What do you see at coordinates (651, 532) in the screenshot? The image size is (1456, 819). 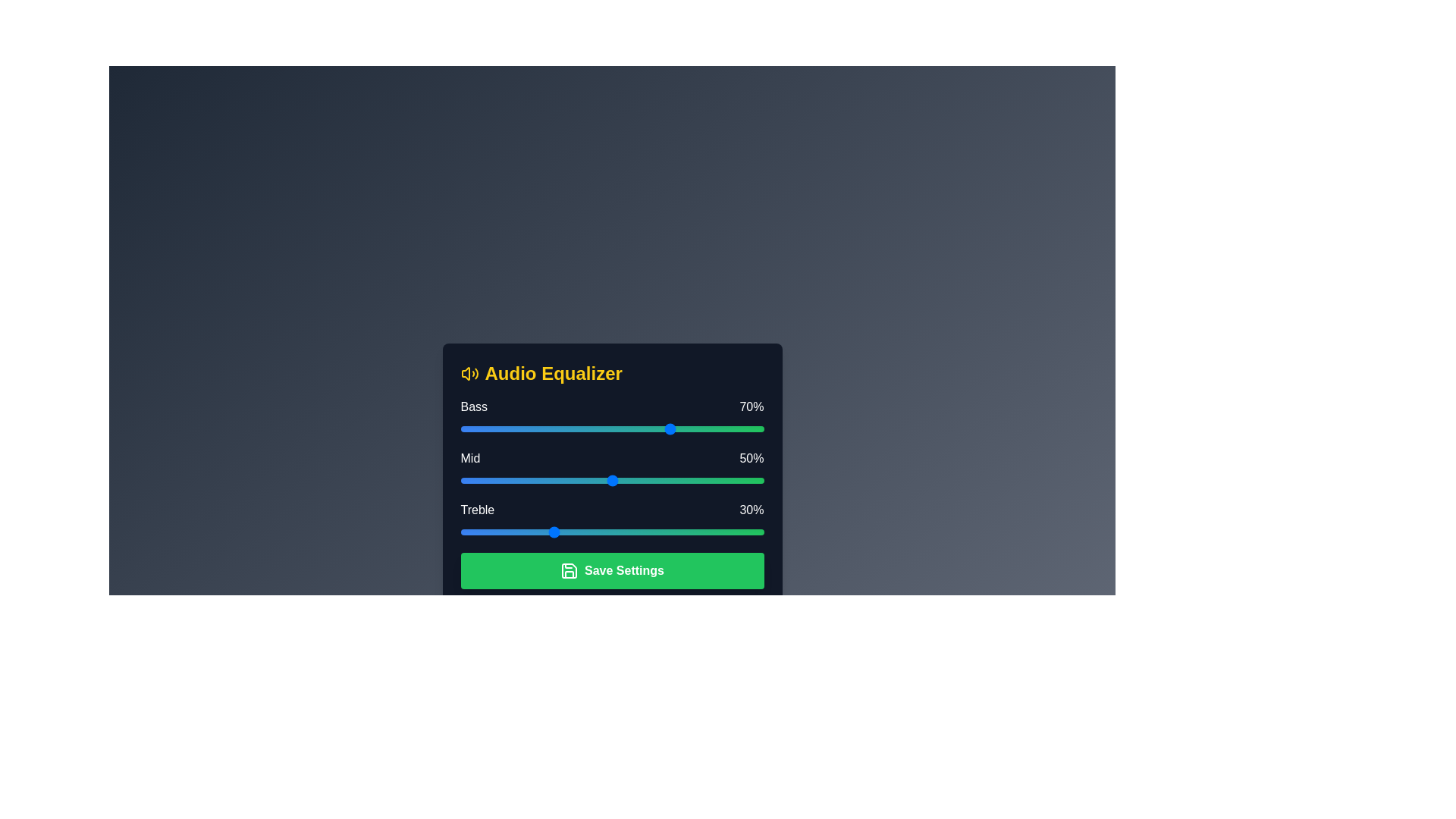 I see `the Treble slider to 63%` at bounding box center [651, 532].